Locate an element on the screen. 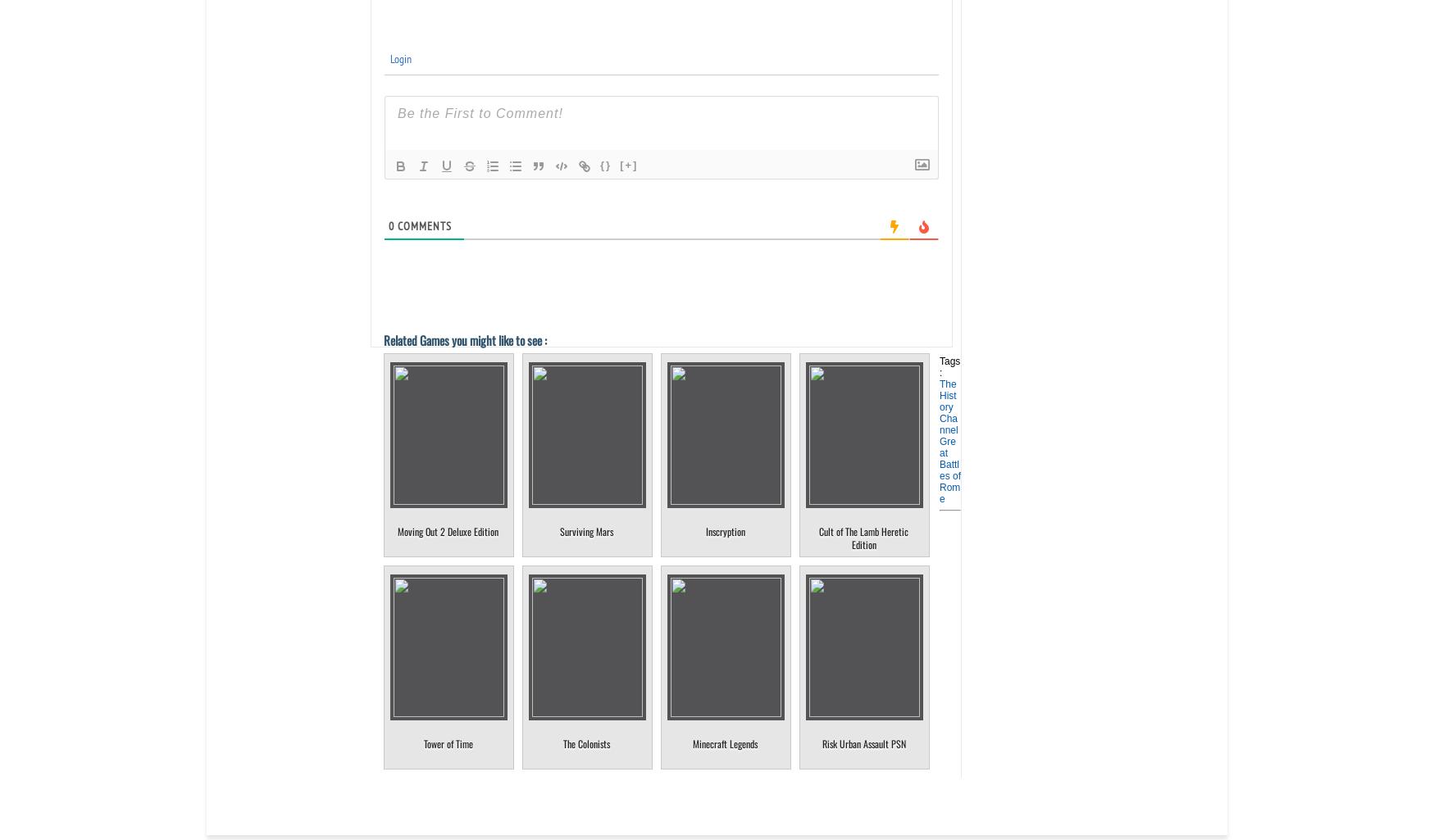  '{}' is located at coordinates (599, 165).